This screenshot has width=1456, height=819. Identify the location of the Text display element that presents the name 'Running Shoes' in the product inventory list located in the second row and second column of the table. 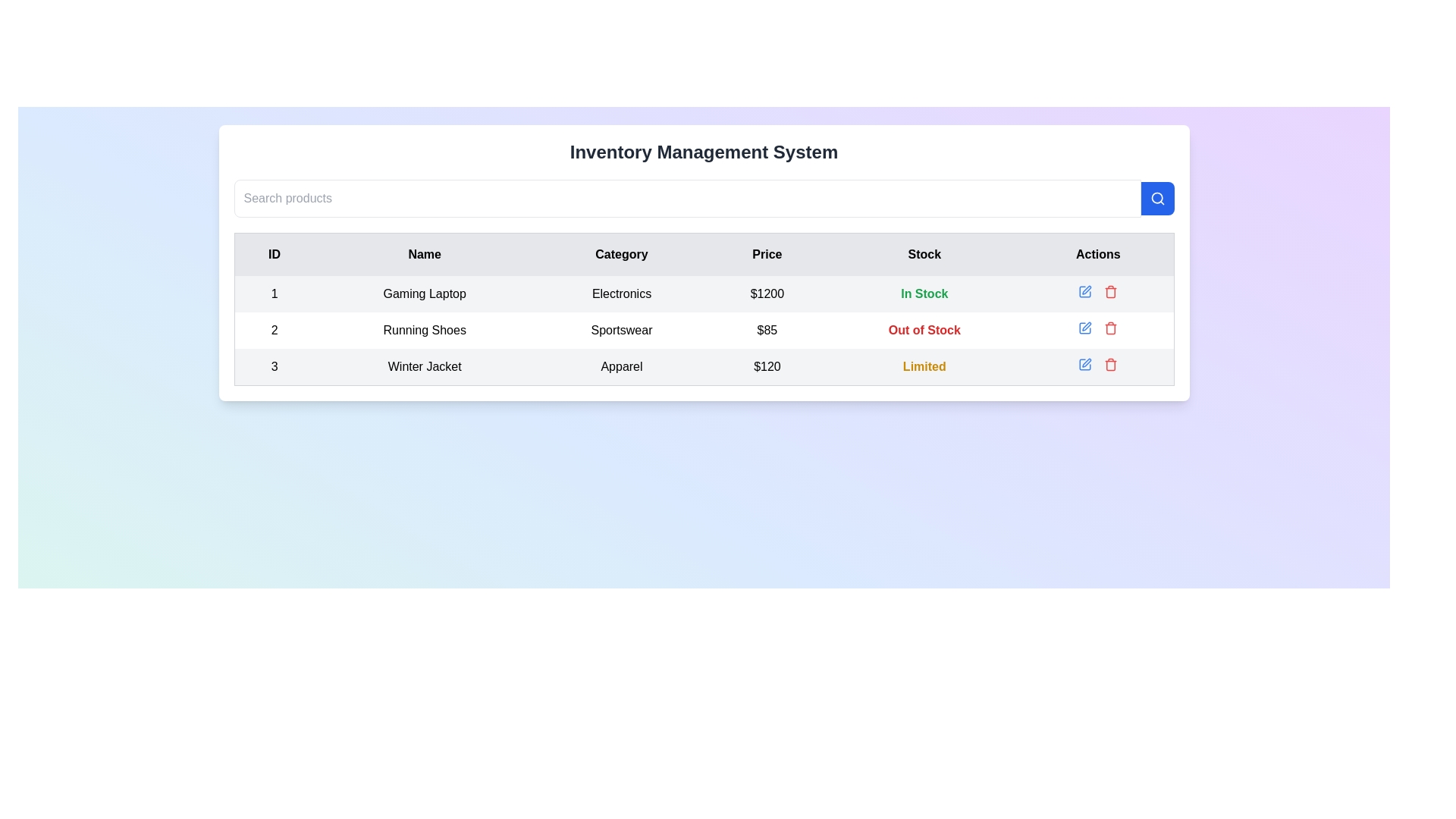
(425, 329).